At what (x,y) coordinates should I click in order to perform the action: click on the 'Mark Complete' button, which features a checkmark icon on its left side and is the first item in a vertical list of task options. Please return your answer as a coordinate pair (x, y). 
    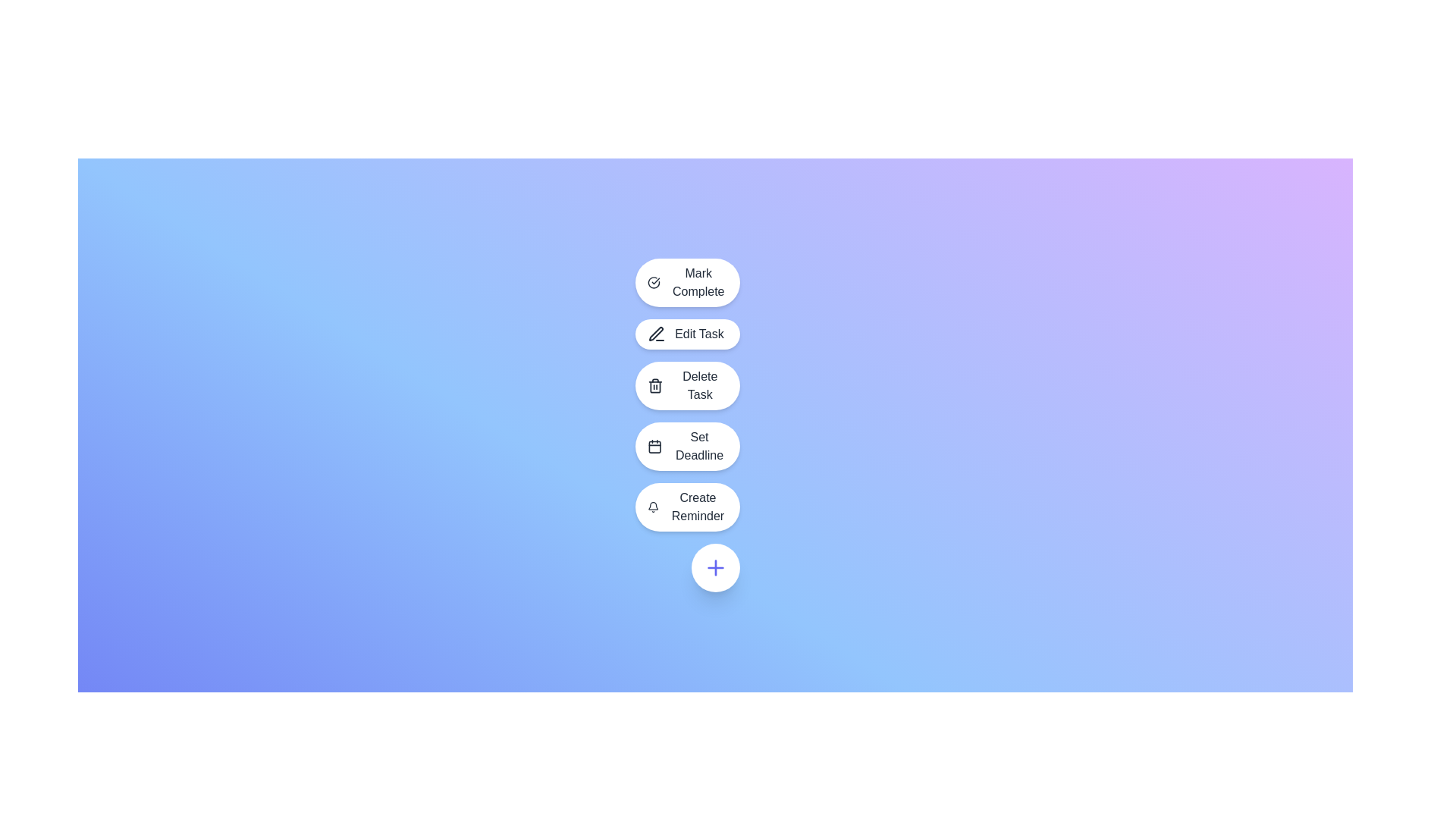
    Looking at the image, I should click on (686, 283).